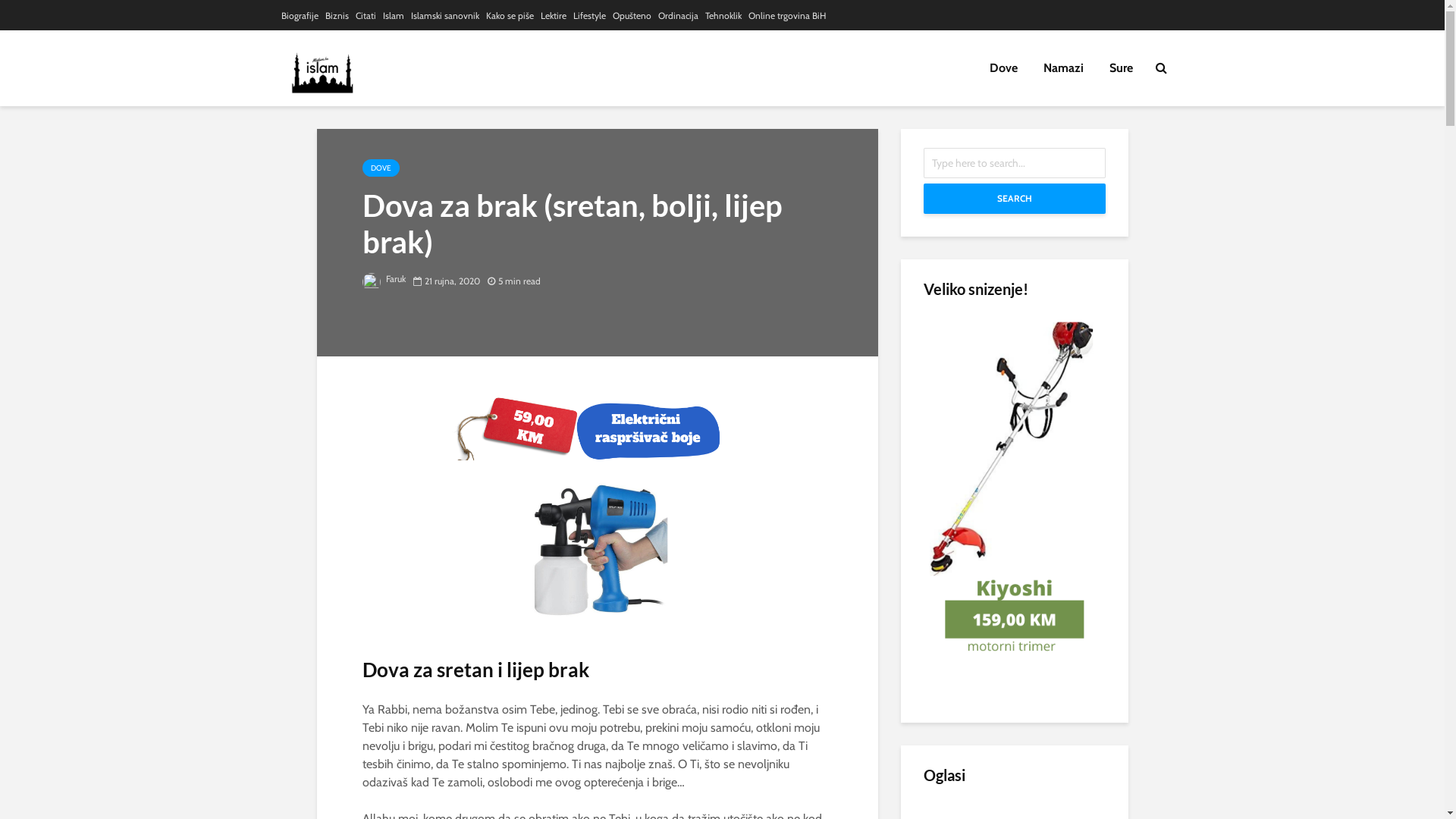 The width and height of the screenshot is (1456, 819). What do you see at coordinates (299, 15) in the screenshot?
I see `'Biografije'` at bounding box center [299, 15].